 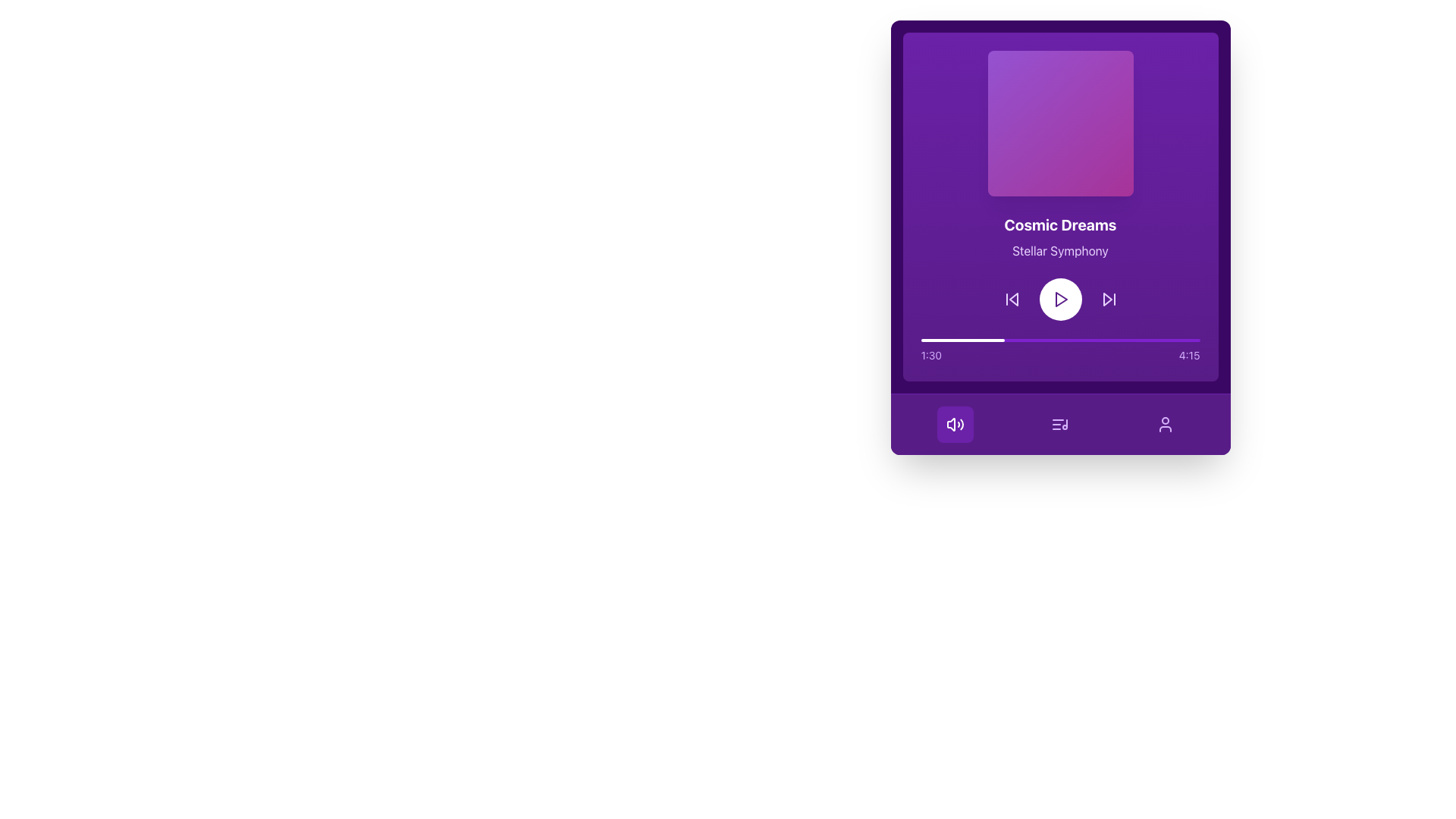 I want to click on the white speaker icon with sound waves on a purple background, so click(x=954, y=424).